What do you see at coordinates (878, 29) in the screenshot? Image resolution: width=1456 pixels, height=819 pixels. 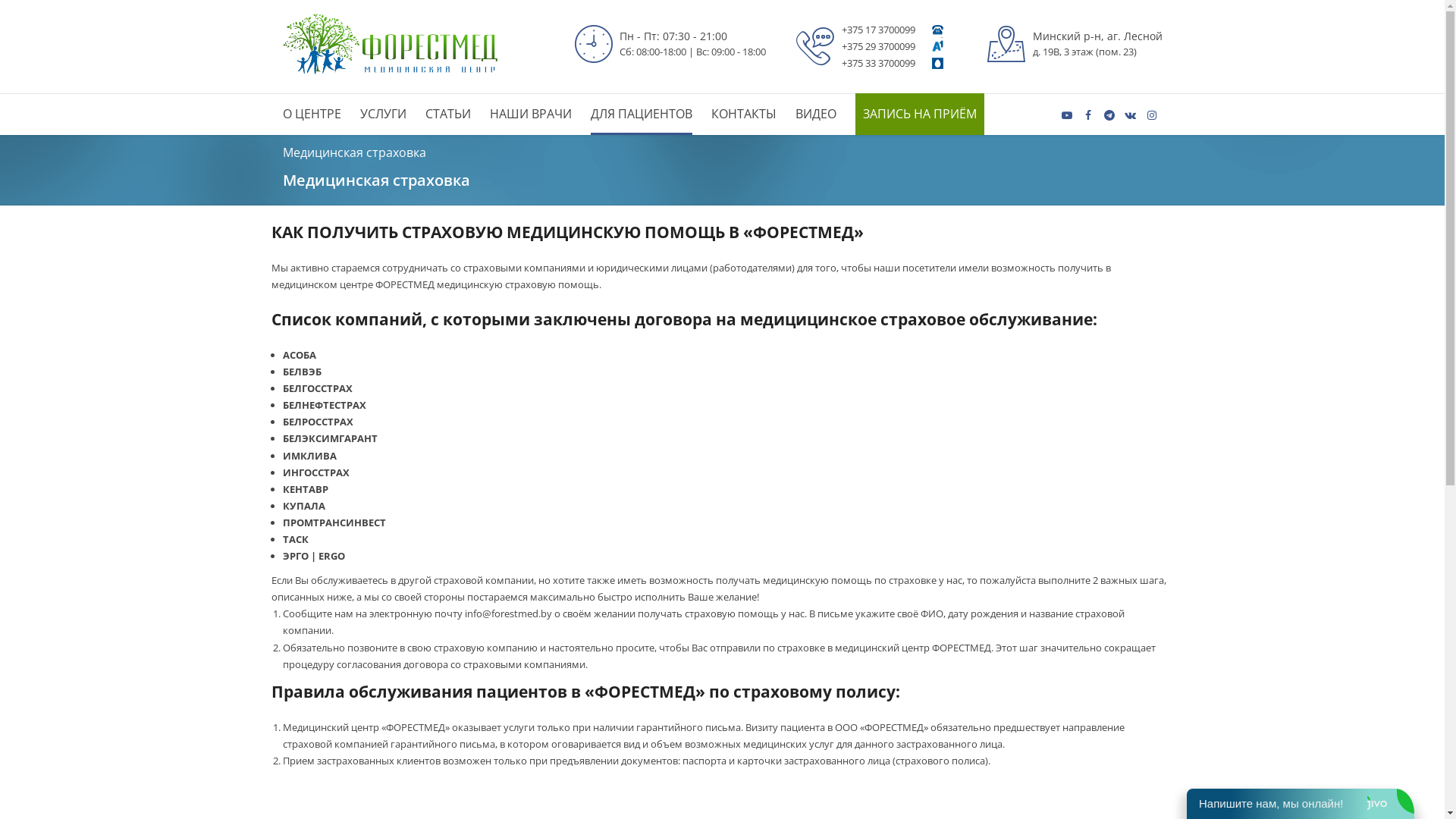 I see `'+375 17 3700099'` at bounding box center [878, 29].